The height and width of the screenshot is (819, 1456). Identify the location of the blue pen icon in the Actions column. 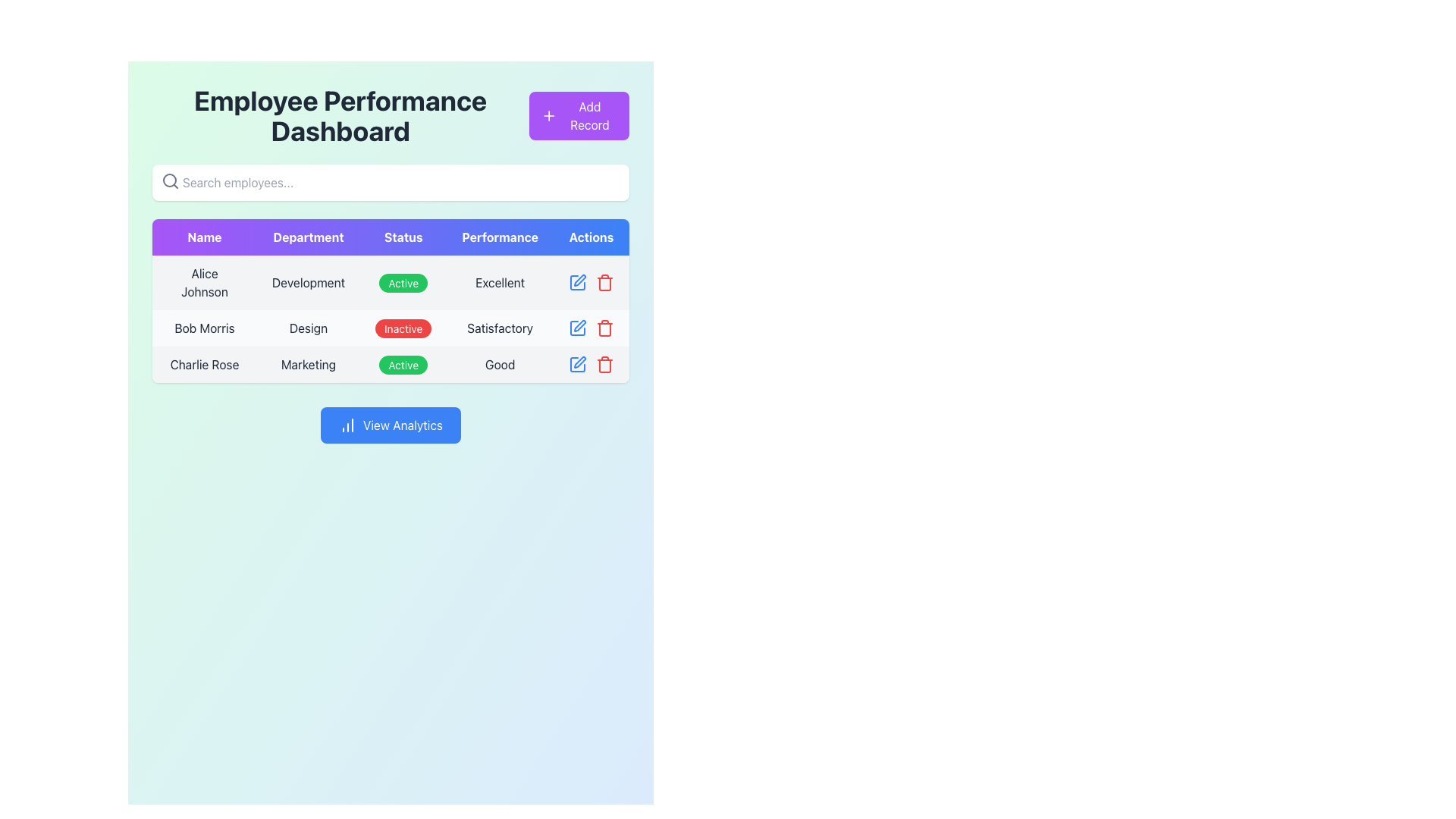
(590, 365).